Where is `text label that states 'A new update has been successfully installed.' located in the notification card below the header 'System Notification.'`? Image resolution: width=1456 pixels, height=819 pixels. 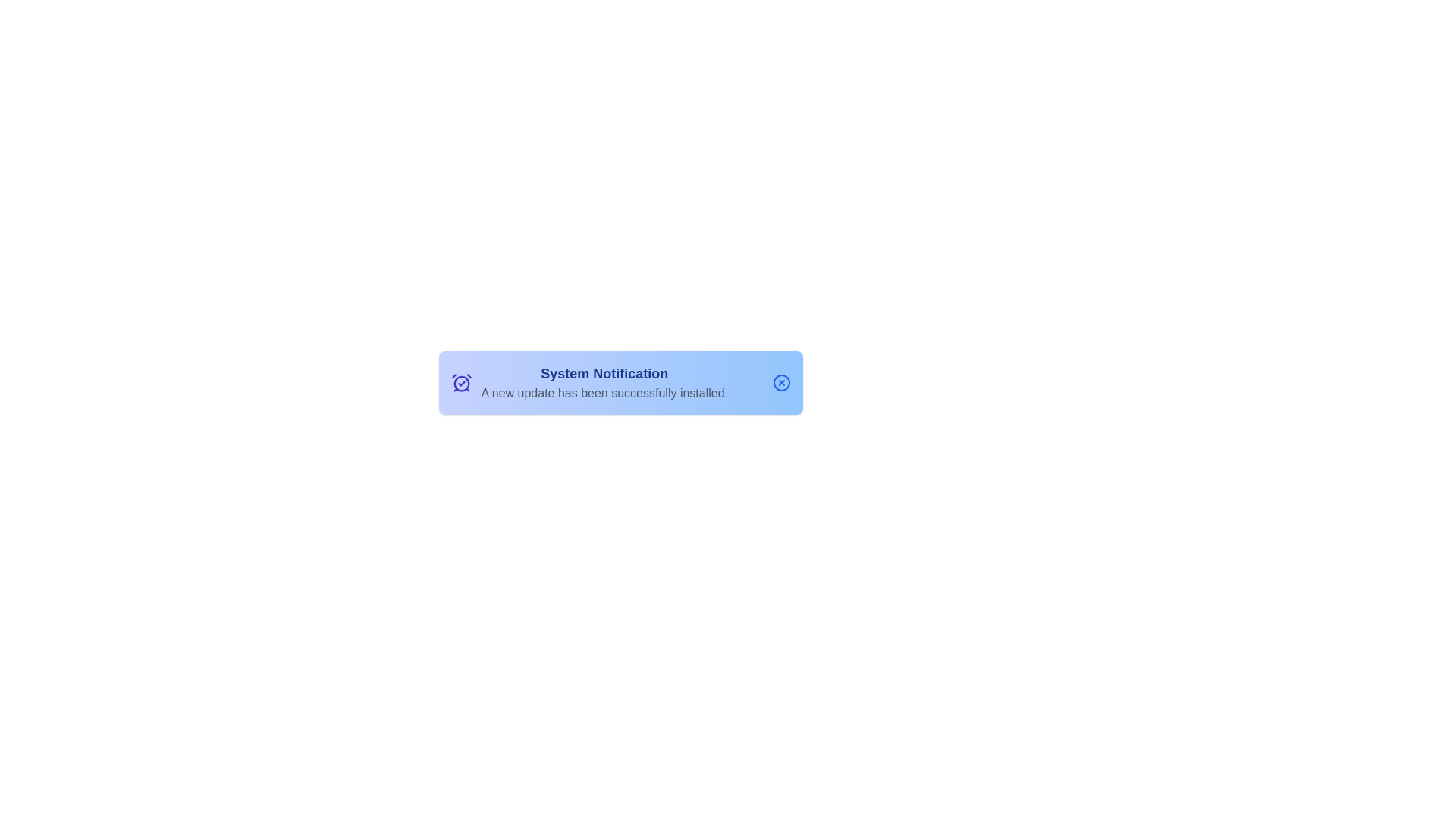
text label that states 'A new update has been successfully installed.' located in the notification card below the header 'System Notification.' is located at coordinates (604, 393).